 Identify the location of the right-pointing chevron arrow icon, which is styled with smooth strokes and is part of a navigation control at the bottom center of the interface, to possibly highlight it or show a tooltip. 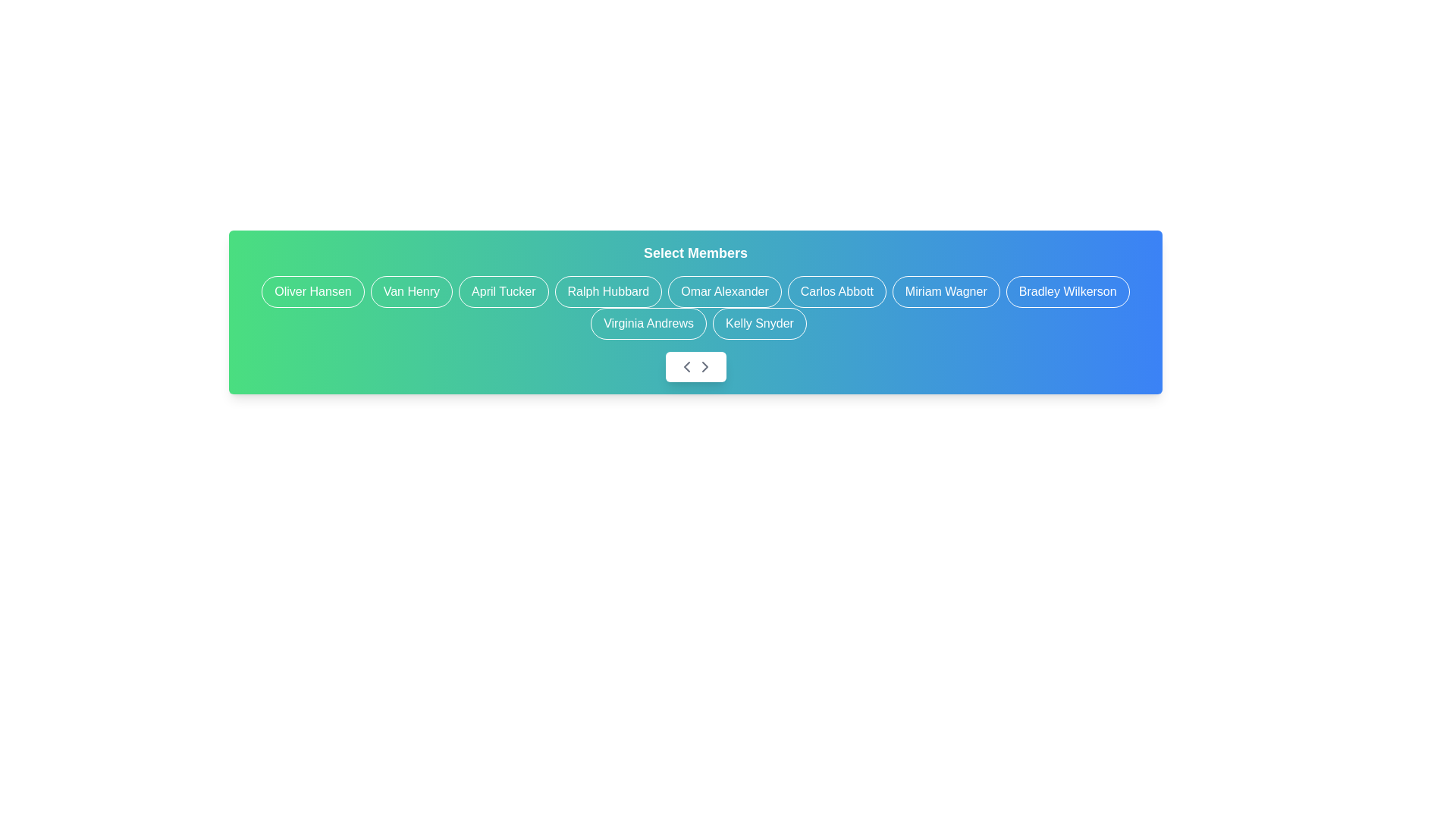
(704, 366).